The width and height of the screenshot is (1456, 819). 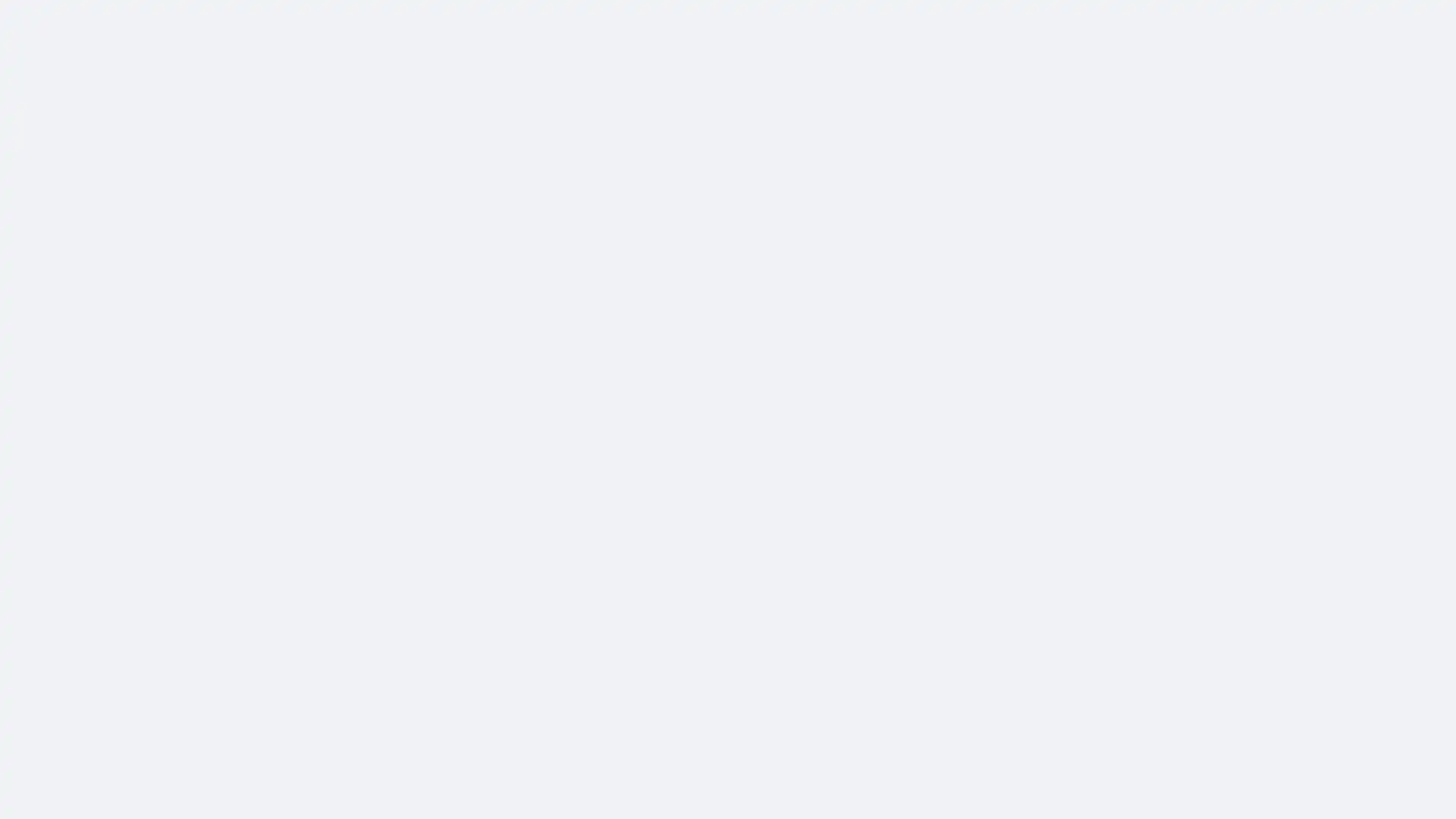 What do you see at coordinates (989, 590) in the screenshot?
I see `Share` at bounding box center [989, 590].